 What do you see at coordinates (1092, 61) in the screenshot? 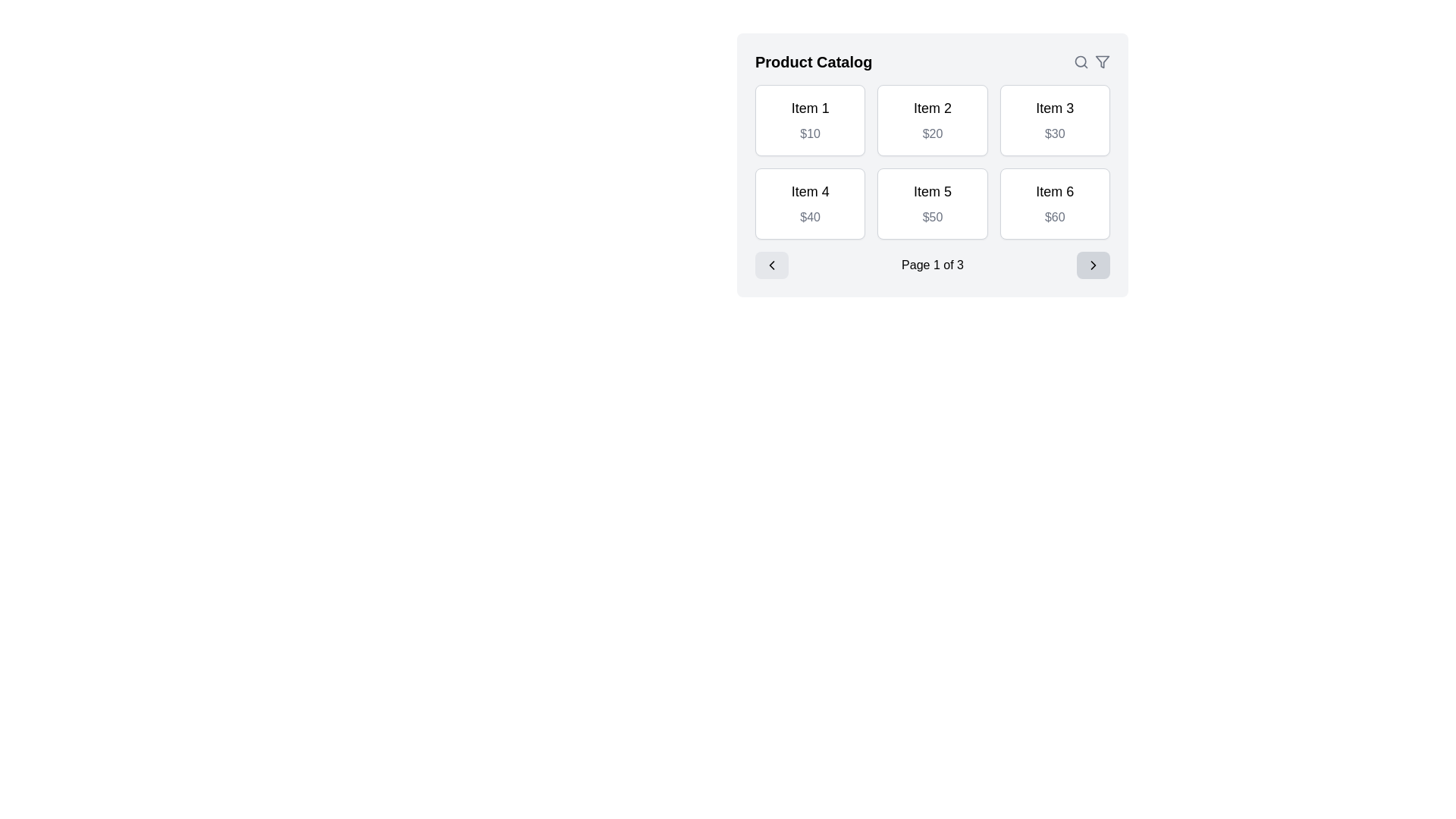
I see `the search icon (magnifying glass) located in the top-right corner of the 'Product Catalog' section to initiate a search` at bounding box center [1092, 61].